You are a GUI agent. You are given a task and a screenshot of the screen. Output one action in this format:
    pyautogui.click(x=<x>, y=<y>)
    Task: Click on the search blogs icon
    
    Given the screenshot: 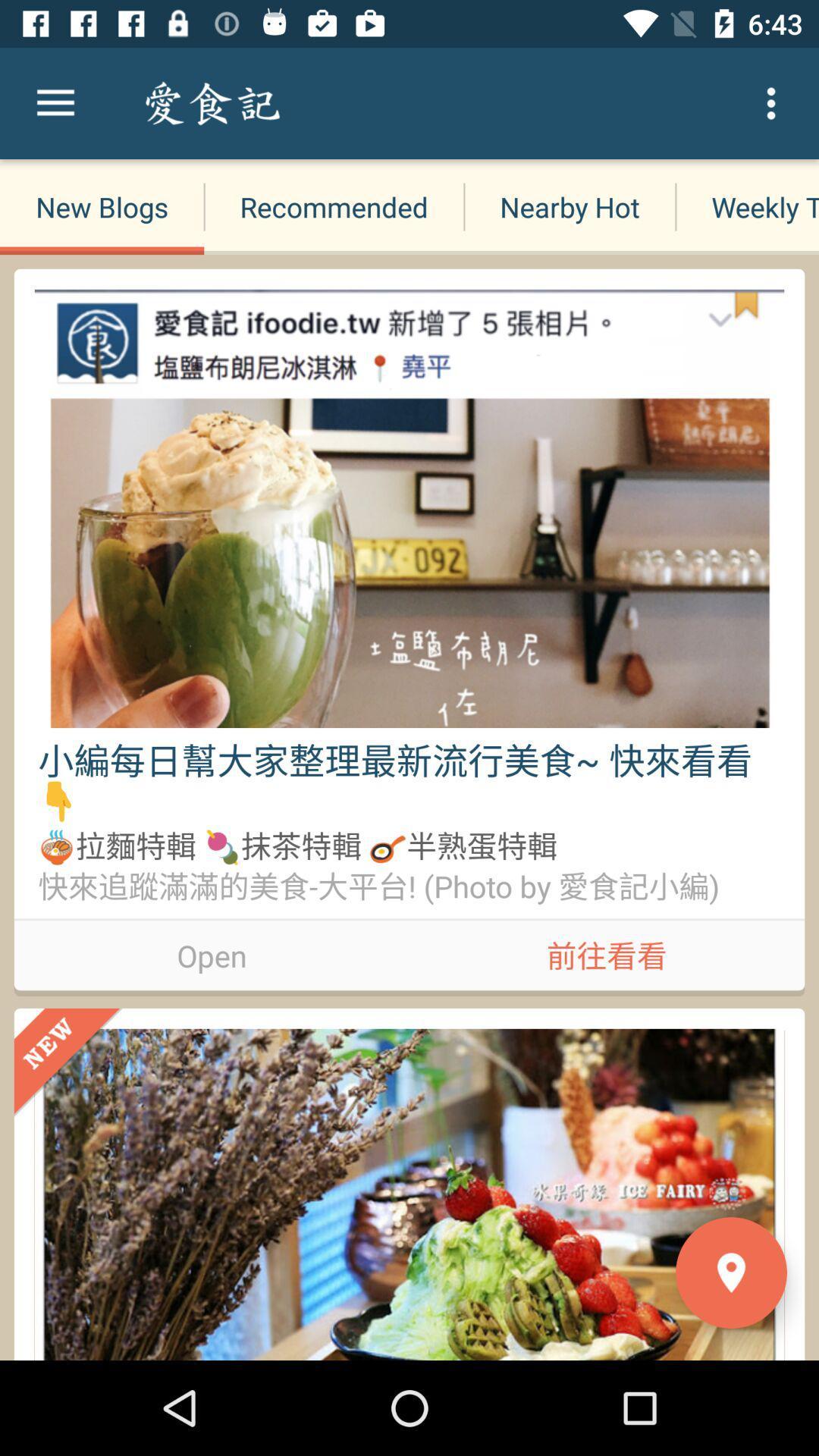 What is the action you would take?
    pyautogui.click(x=318, y=102)
    